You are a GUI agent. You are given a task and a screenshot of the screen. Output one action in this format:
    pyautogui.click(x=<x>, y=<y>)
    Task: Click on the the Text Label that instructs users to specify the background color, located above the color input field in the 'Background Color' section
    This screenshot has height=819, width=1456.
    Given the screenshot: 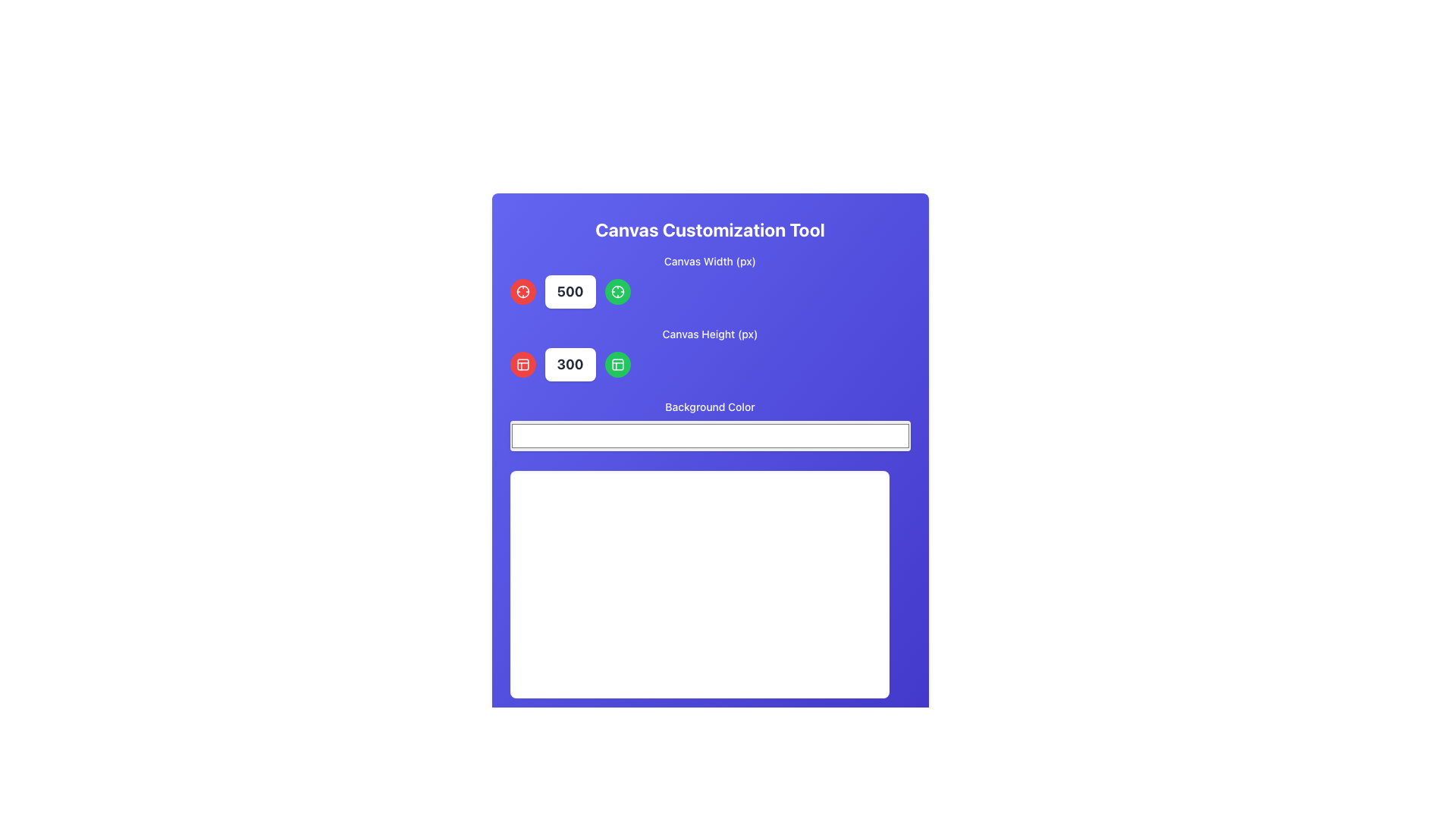 What is the action you would take?
    pyautogui.click(x=709, y=406)
    